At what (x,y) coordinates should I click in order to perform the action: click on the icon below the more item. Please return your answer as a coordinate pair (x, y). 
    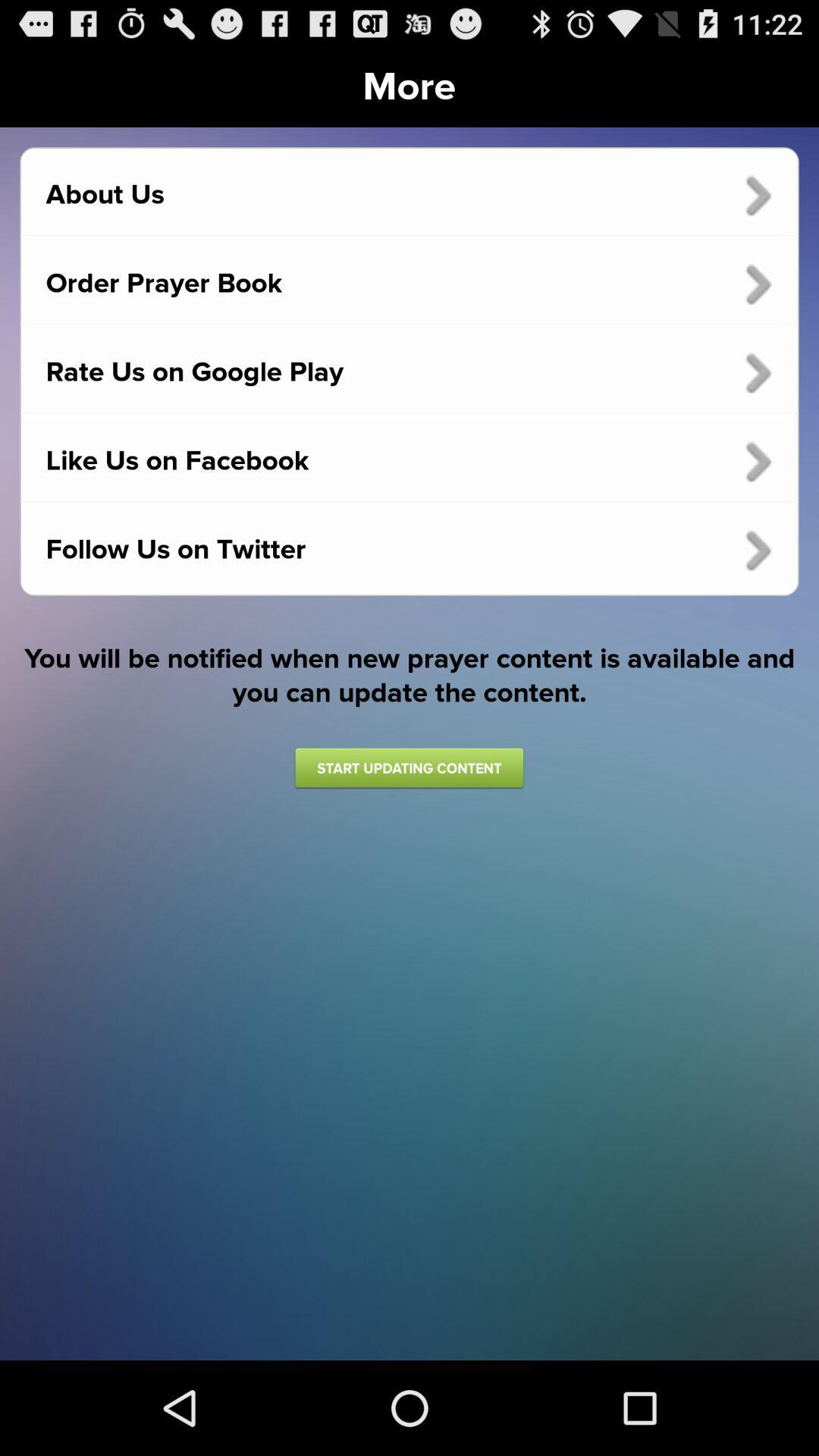
    Looking at the image, I should click on (409, 194).